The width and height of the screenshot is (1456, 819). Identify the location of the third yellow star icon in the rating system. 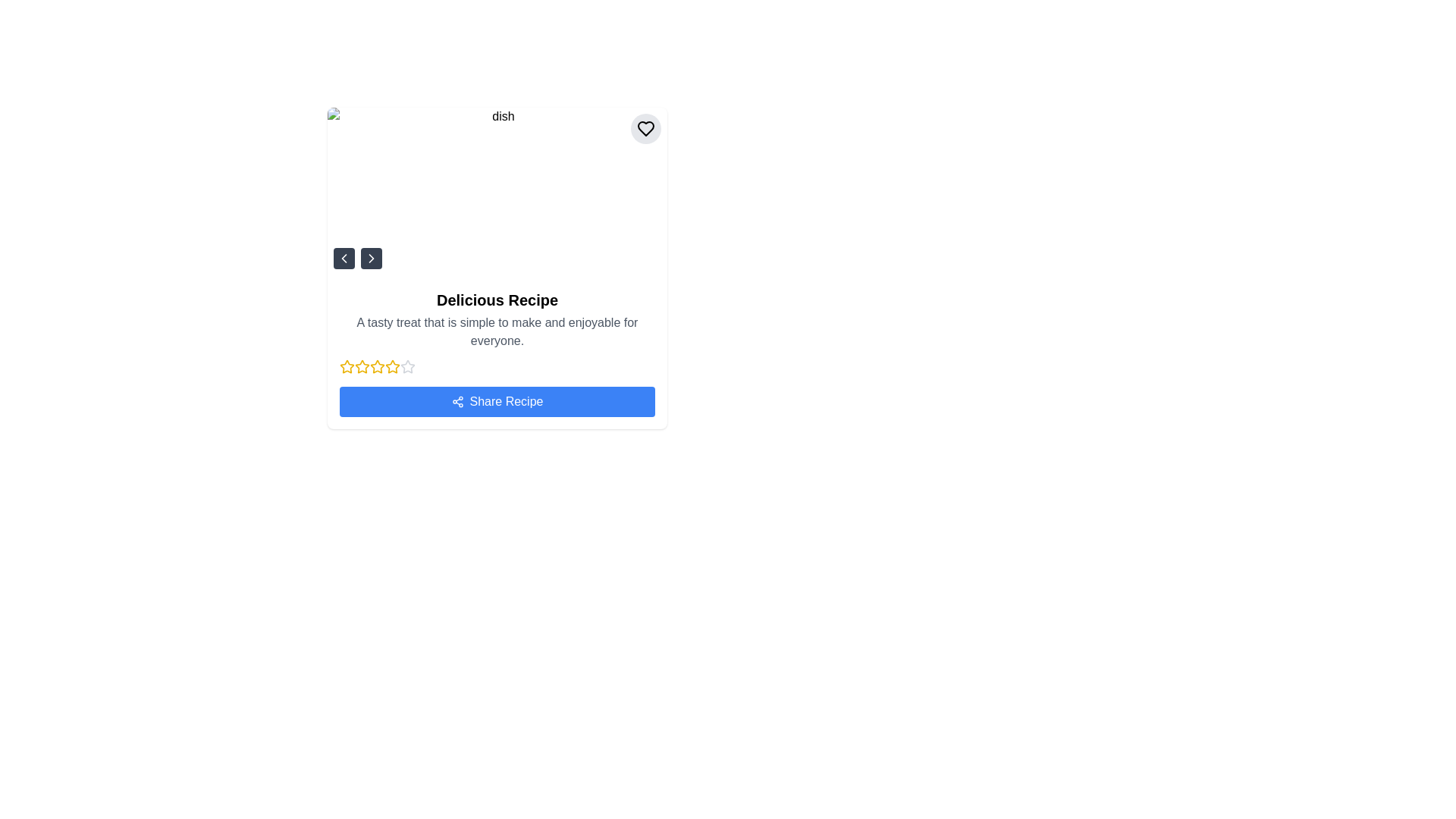
(393, 366).